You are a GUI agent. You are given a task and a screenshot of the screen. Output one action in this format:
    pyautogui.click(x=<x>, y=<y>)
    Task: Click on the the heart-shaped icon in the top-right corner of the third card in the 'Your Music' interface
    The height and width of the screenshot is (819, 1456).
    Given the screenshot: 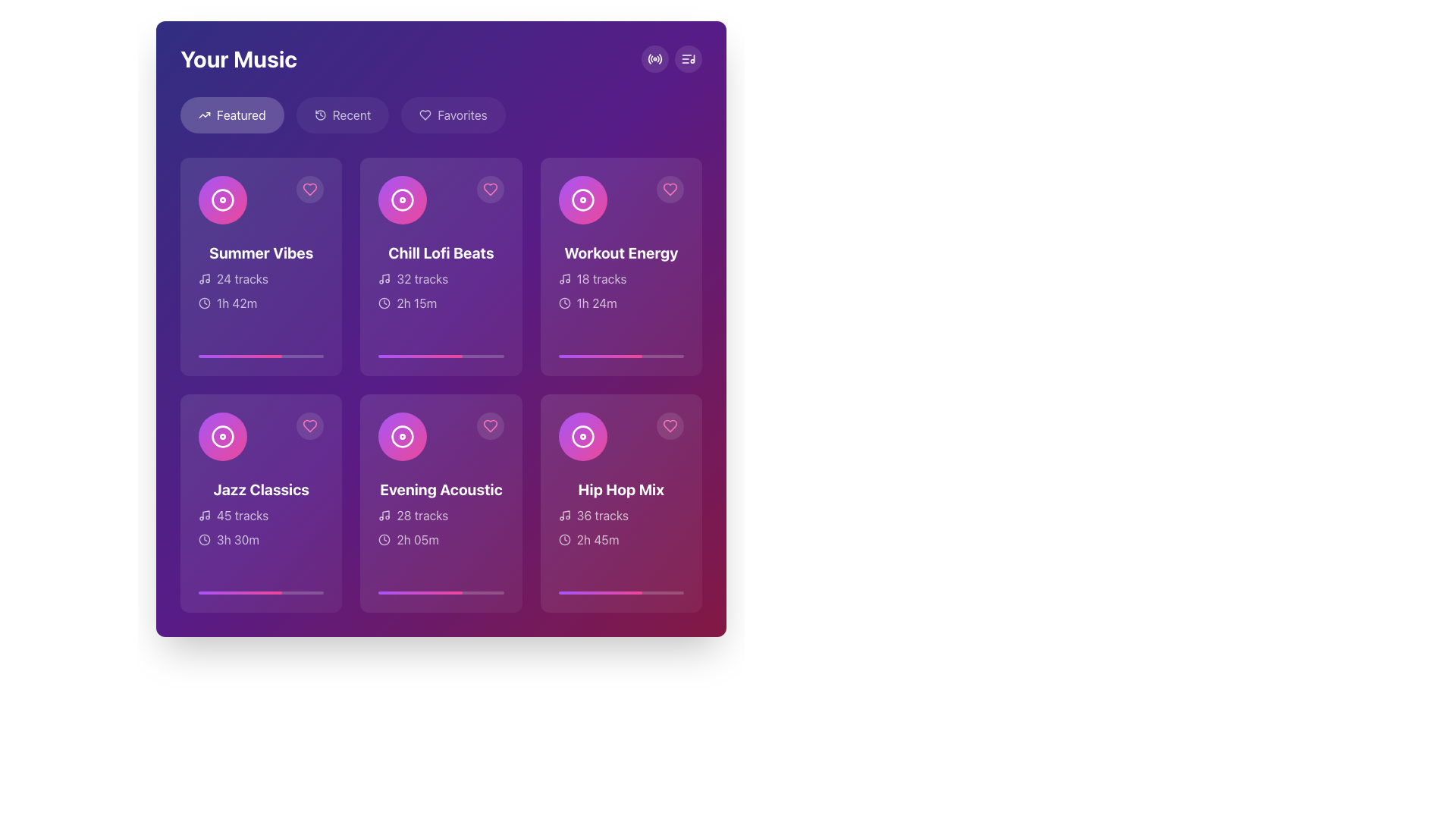 What is the action you would take?
    pyautogui.click(x=669, y=189)
    